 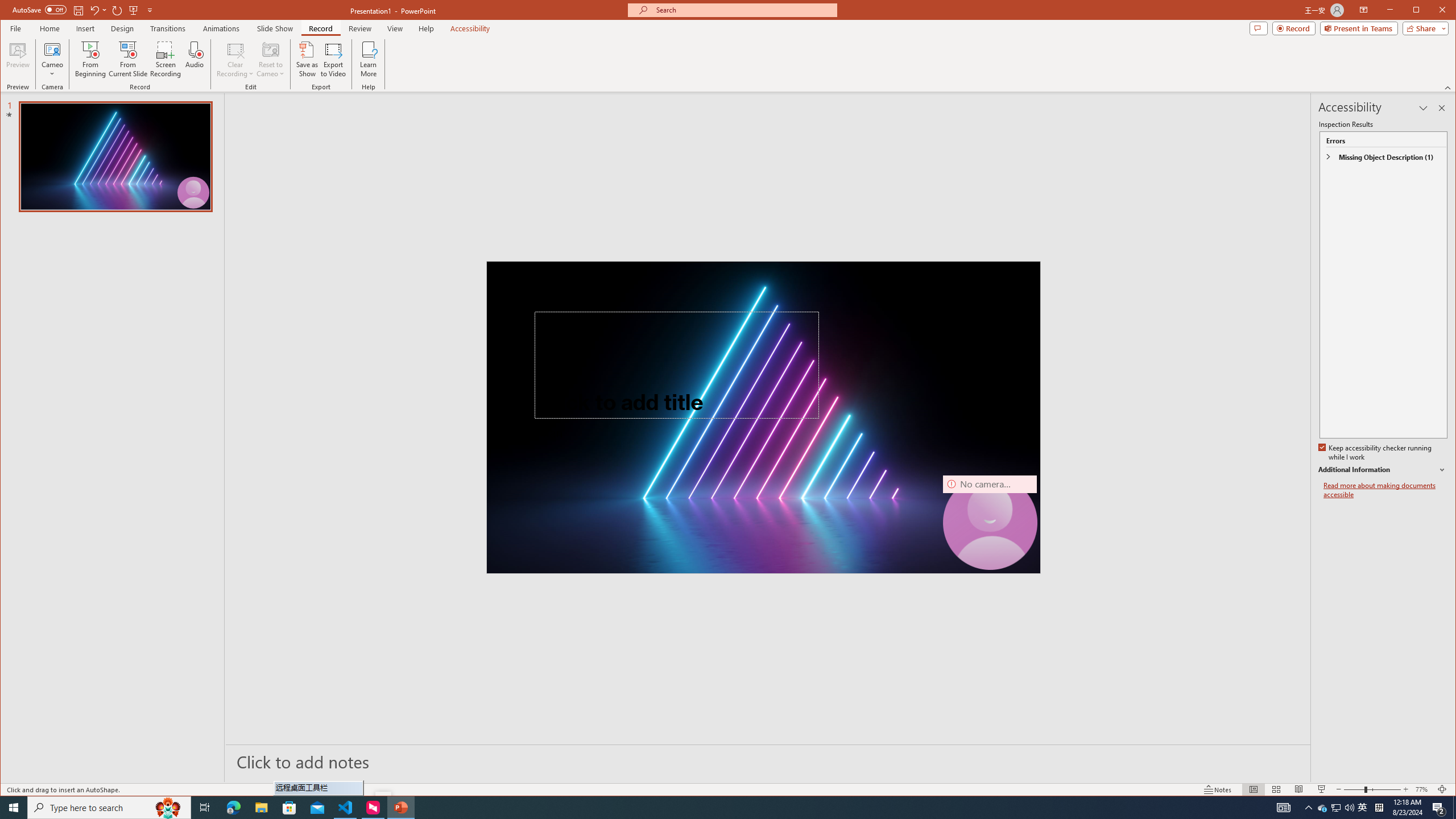 I want to click on 'Neon laser lights aligned to form a triangle', so click(x=763, y=416).